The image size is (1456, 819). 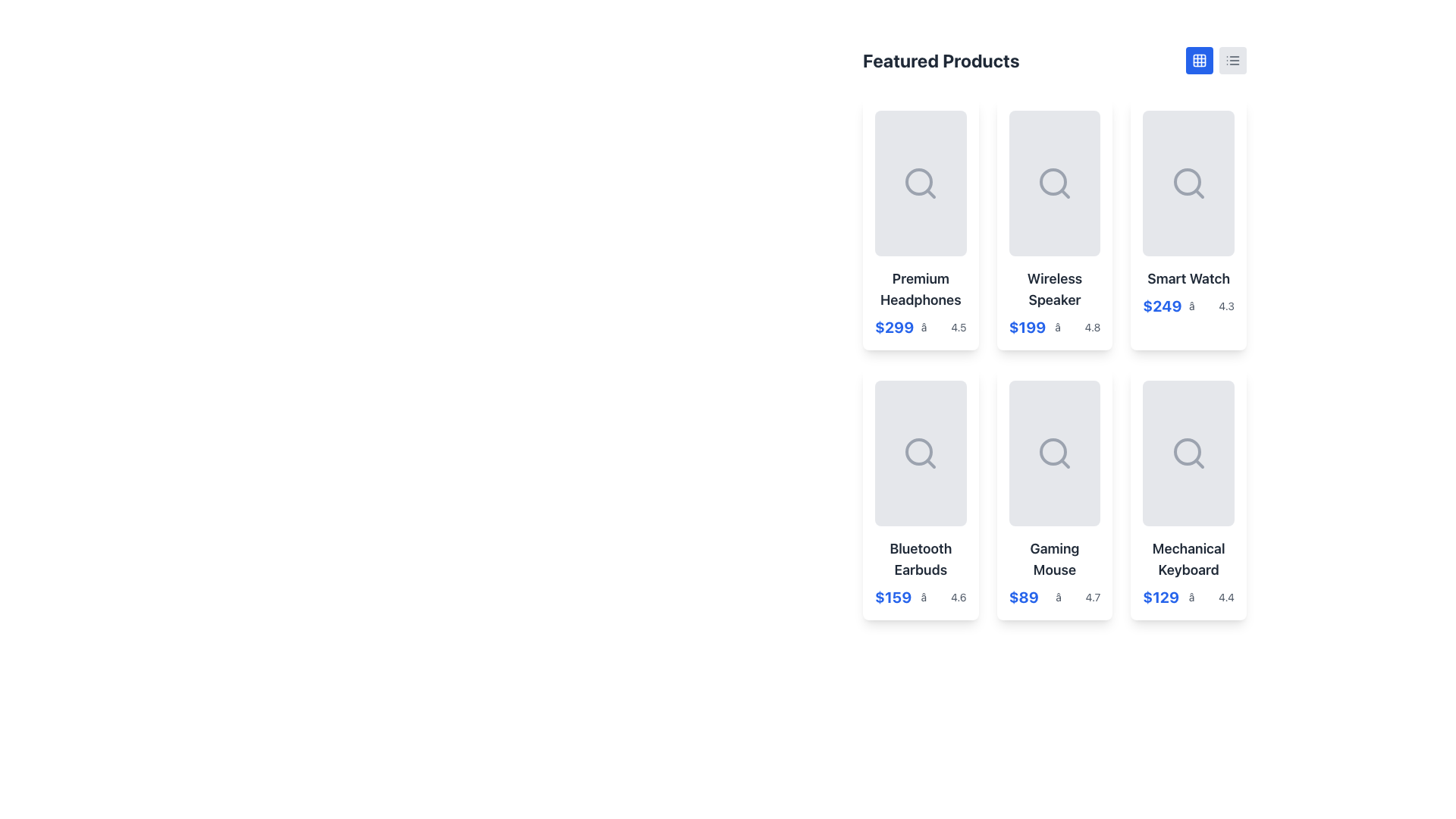 What do you see at coordinates (920, 452) in the screenshot?
I see `the image placeholder for the 'Bluetooth Earbuds' item card located in the first section of the second row, first column of the product grid` at bounding box center [920, 452].